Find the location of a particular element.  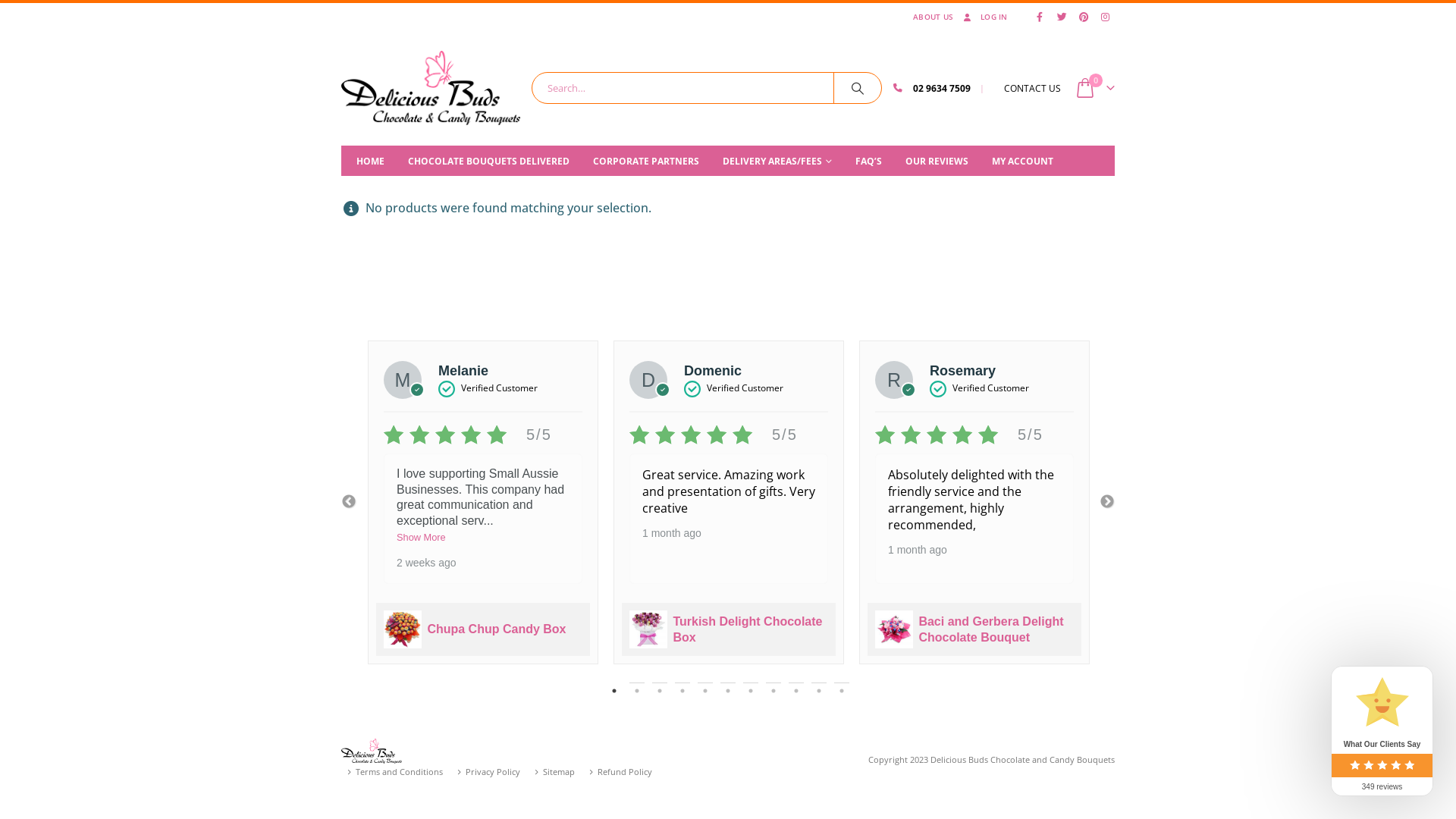

'02 9634 7509' is located at coordinates (941, 87).